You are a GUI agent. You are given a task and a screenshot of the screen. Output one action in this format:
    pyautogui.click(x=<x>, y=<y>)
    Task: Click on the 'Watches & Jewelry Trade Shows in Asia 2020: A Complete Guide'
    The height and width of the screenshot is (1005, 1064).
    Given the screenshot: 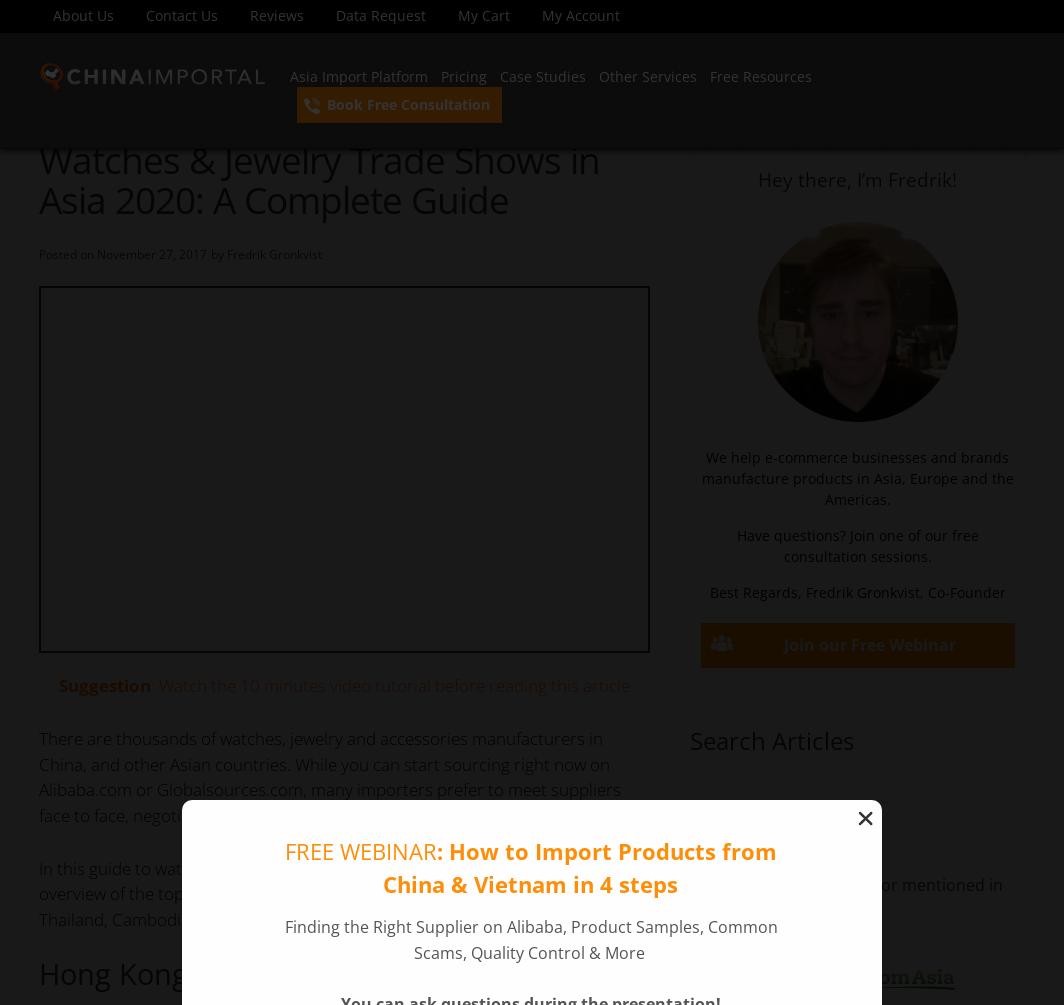 What is the action you would take?
    pyautogui.click(x=318, y=178)
    